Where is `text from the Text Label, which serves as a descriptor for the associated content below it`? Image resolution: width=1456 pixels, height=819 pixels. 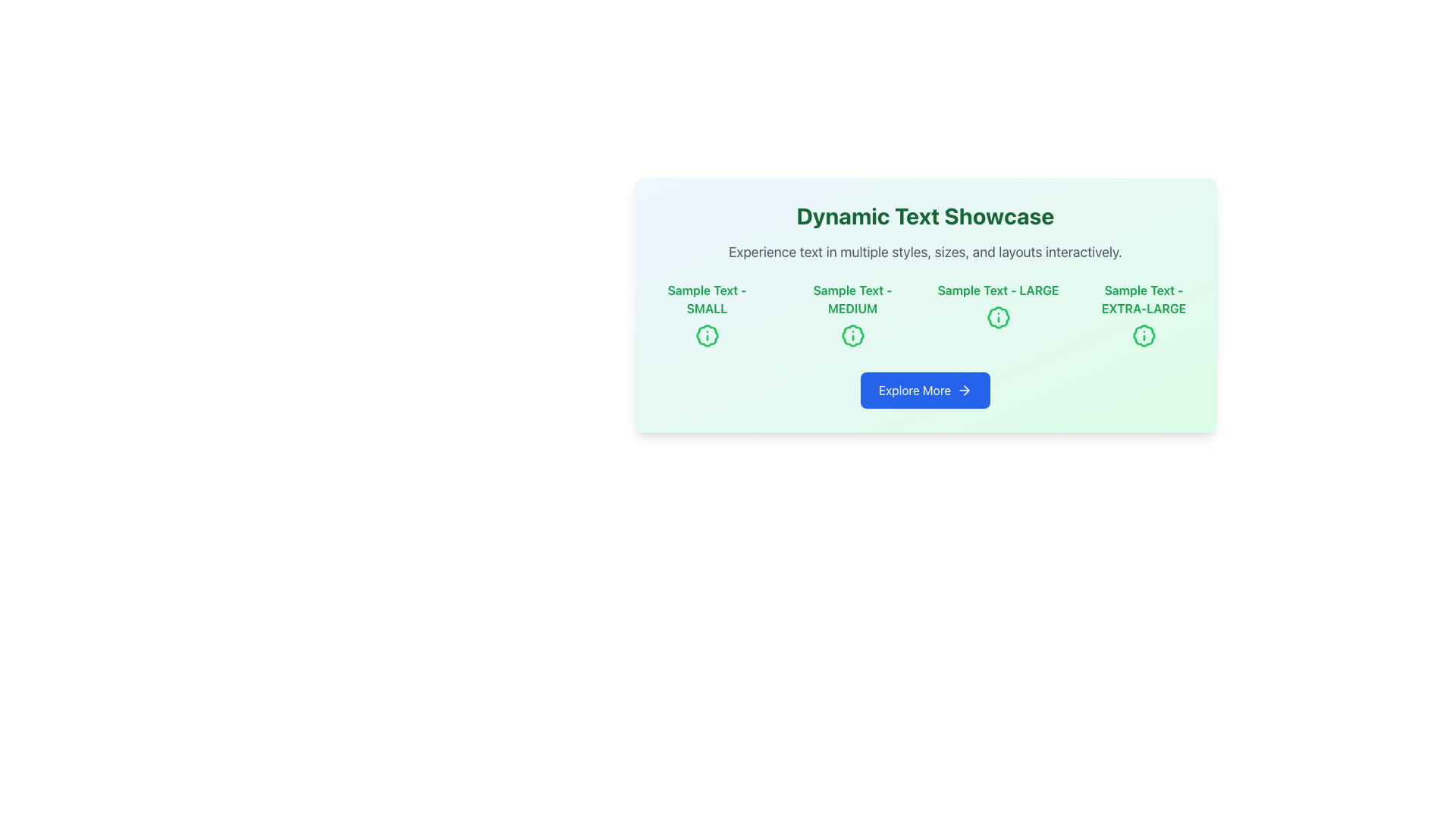
text from the Text Label, which serves as a descriptor for the associated content below it is located at coordinates (706, 299).